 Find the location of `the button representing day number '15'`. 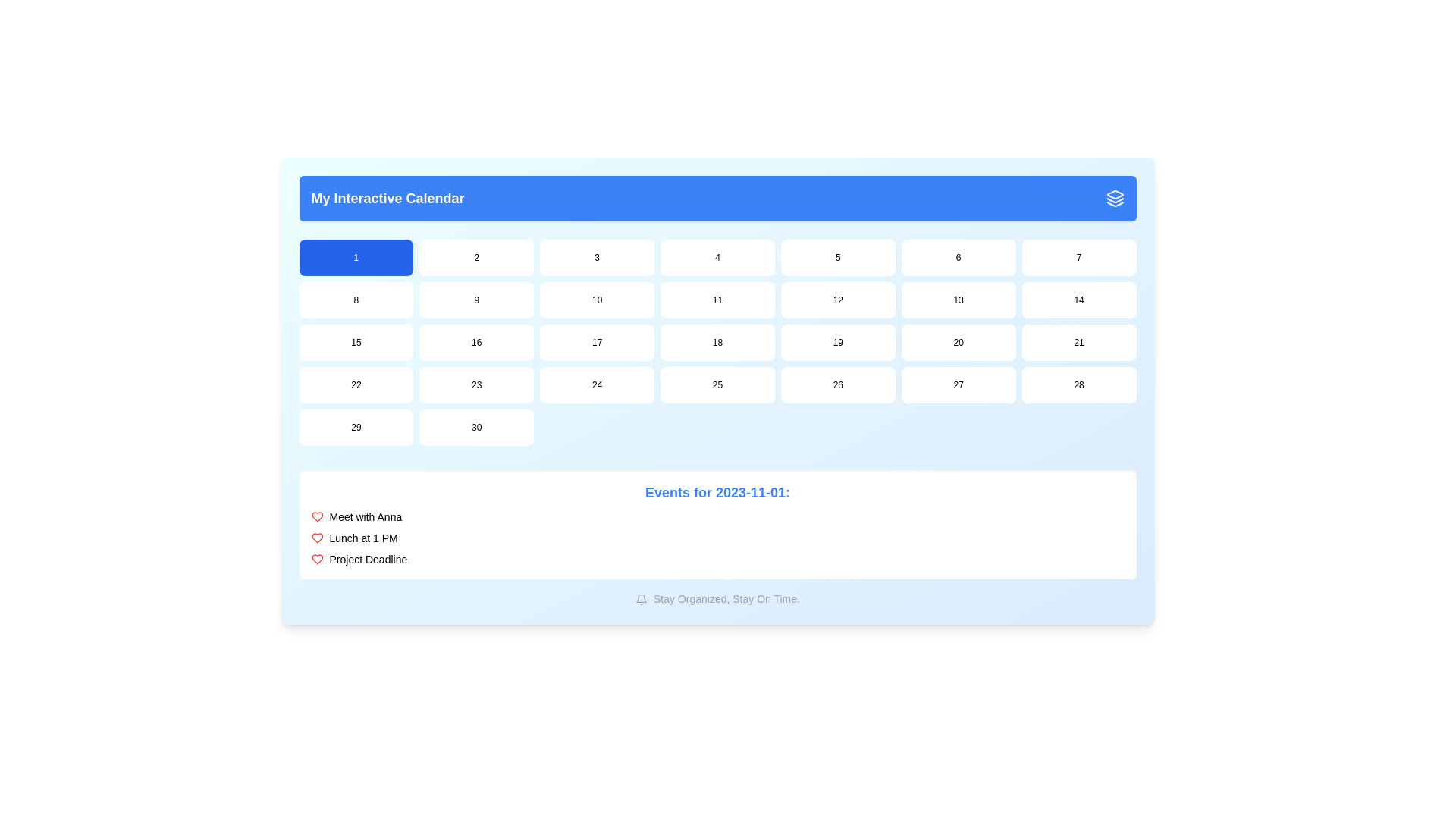

the button representing day number '15' is located at coordinates (355, 342).